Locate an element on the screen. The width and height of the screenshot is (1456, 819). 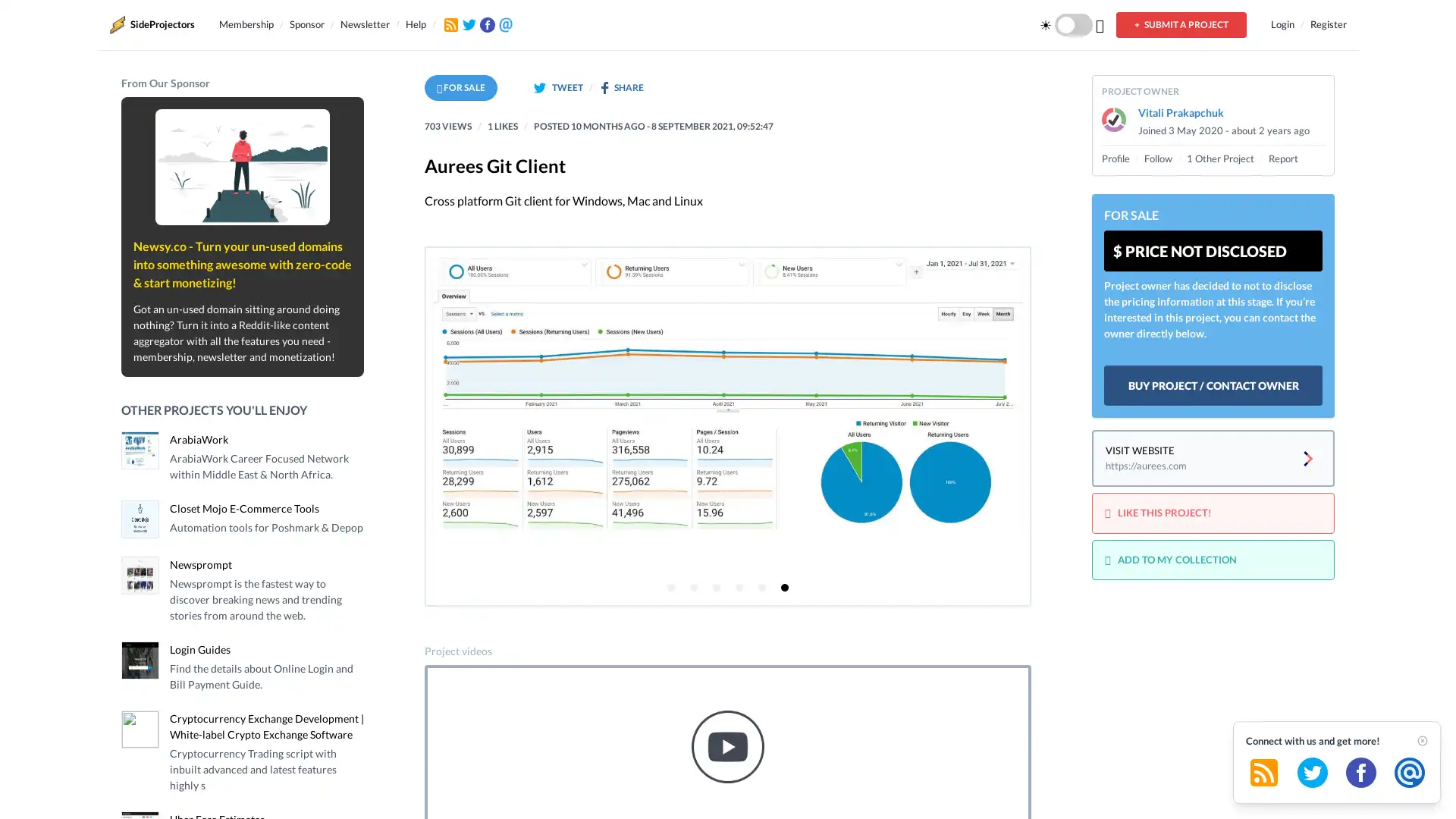
Next page is located at coordinates (1030, 426).